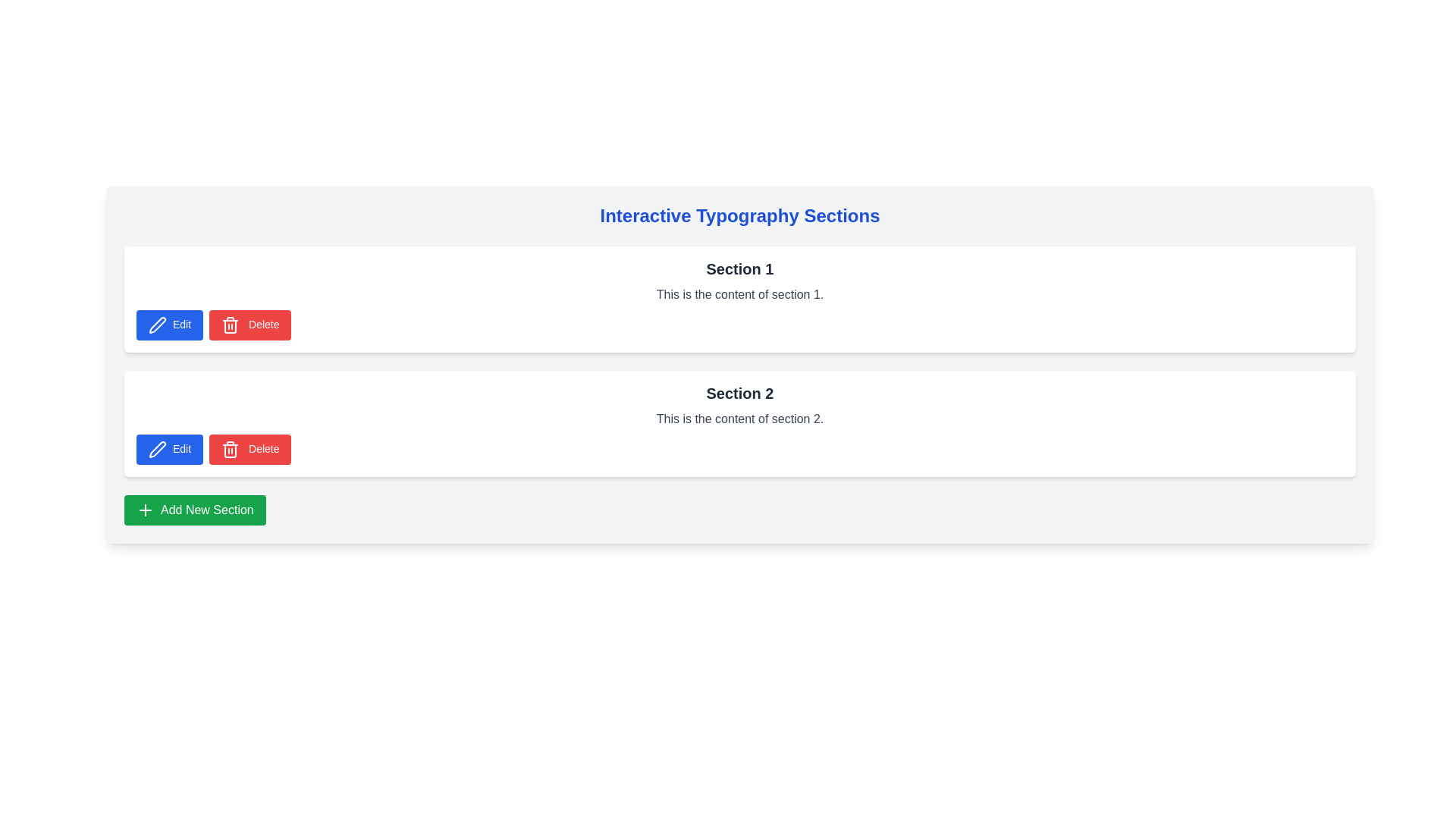  Describe the element at coordinates (250, 324) in the screenshot. I see `the delete button located to the right of the blue 'Edit' button in the white box to observe any visual changes like color shift` at that location.